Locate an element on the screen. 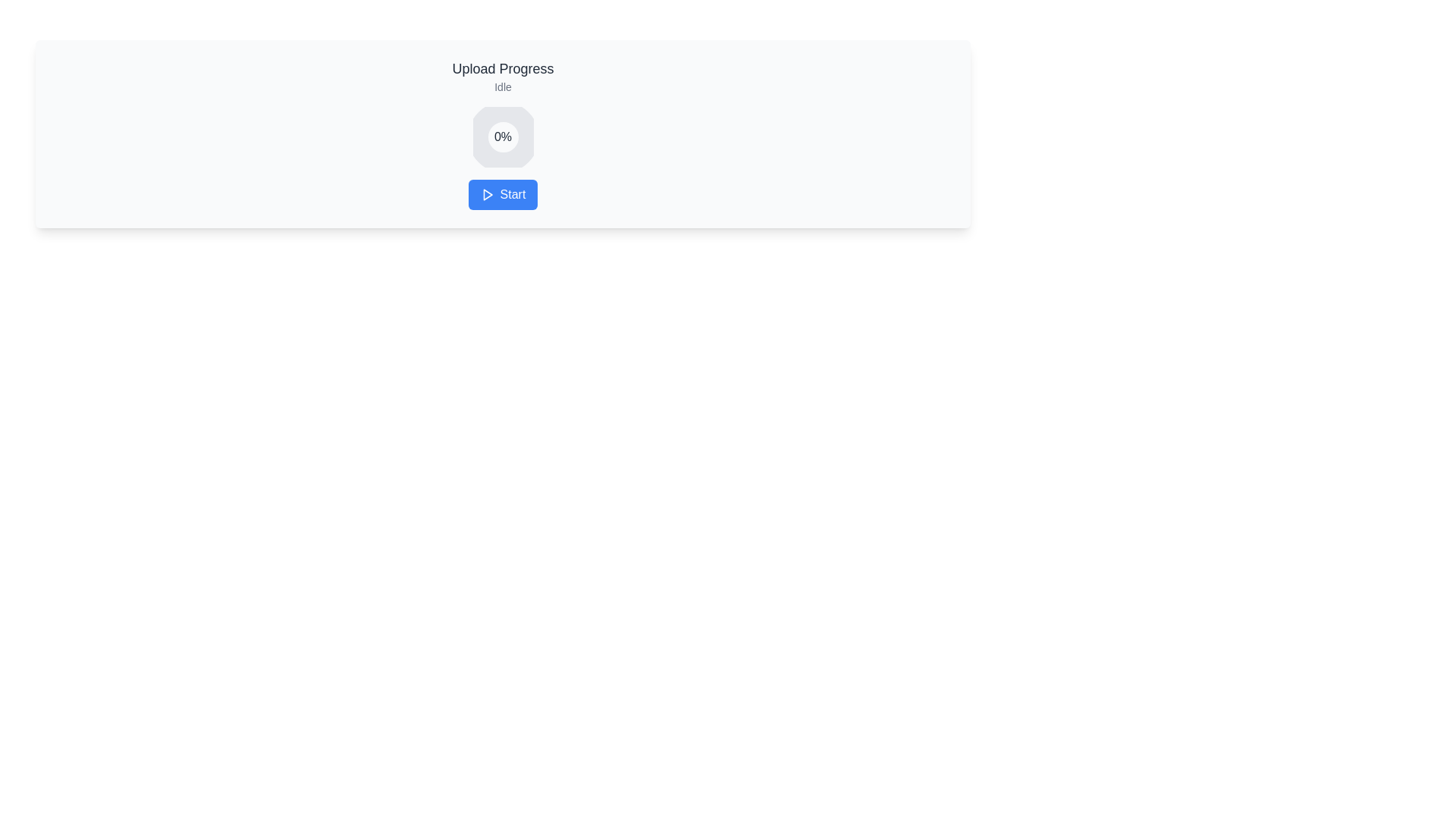 The height and width of the screenshot is (819, 1456). the circular graphical element aligned with the text '0%' on a white background, located in the 'Upload Progress' section is located at coordinates (503, 137).